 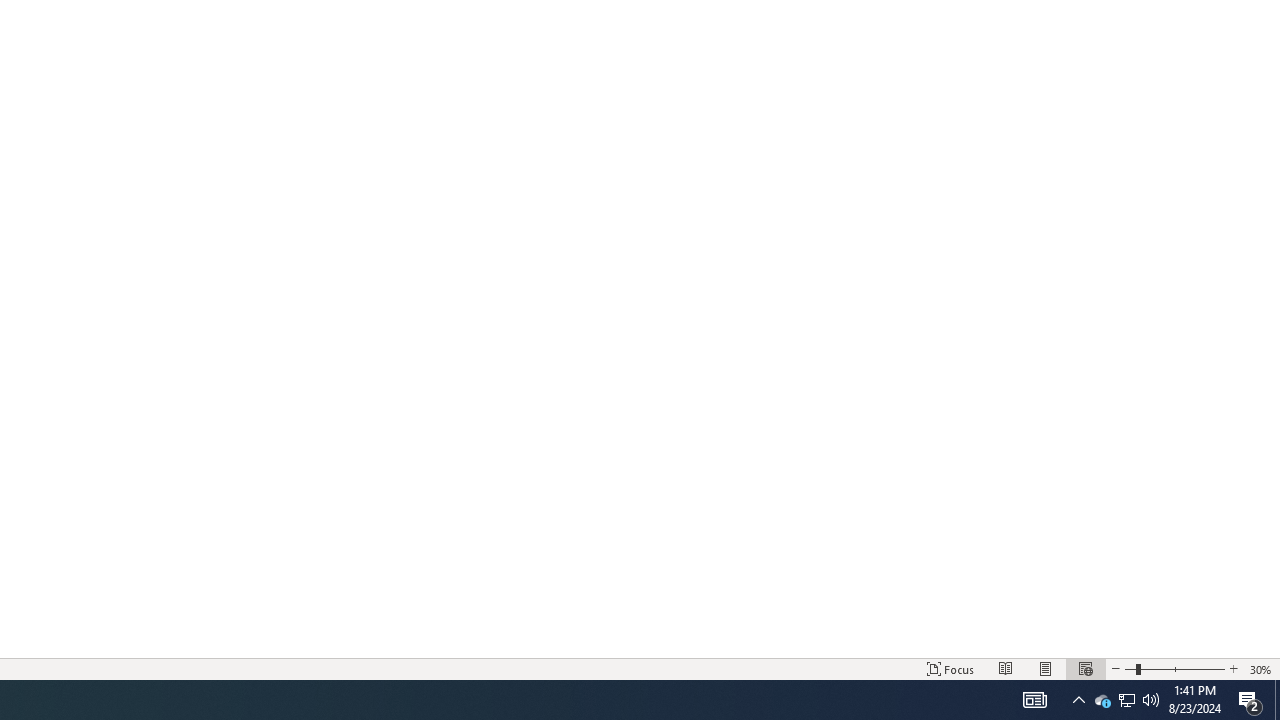 I want to click on 'Print Layout', so click(x=1045, y=669).